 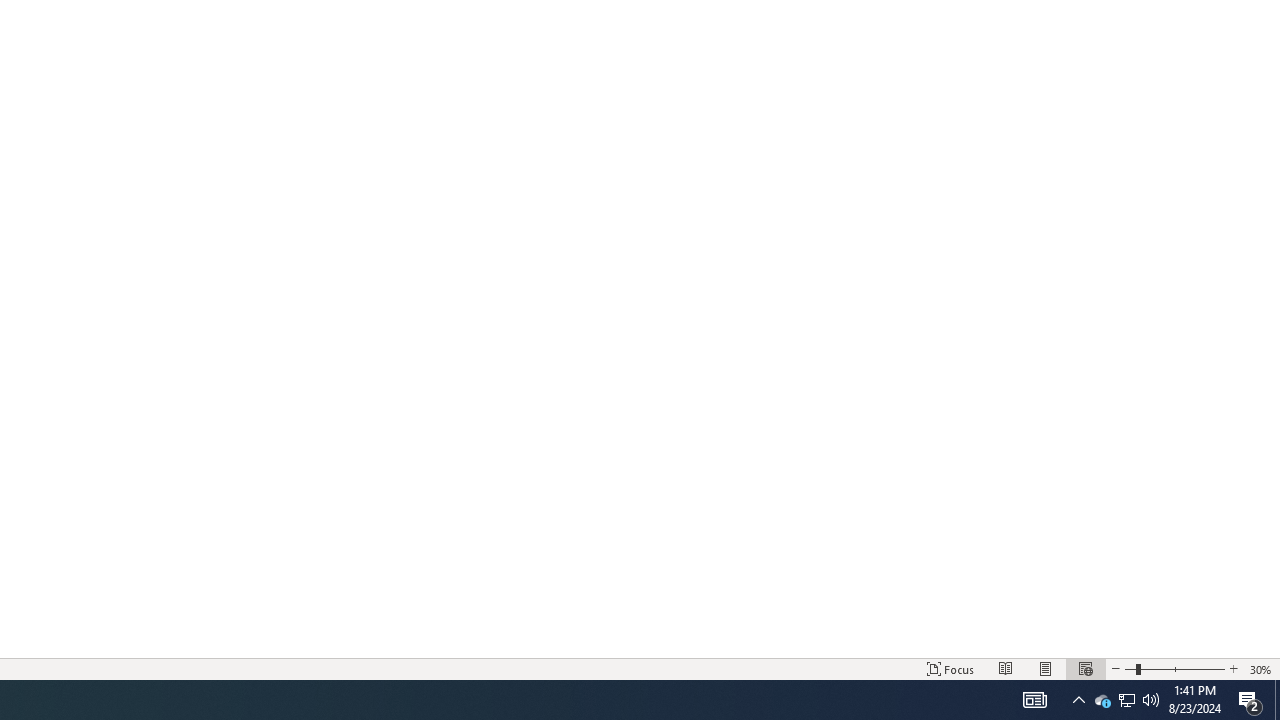 I want to click on 'Print Layout', so click(x=1045, y=669).